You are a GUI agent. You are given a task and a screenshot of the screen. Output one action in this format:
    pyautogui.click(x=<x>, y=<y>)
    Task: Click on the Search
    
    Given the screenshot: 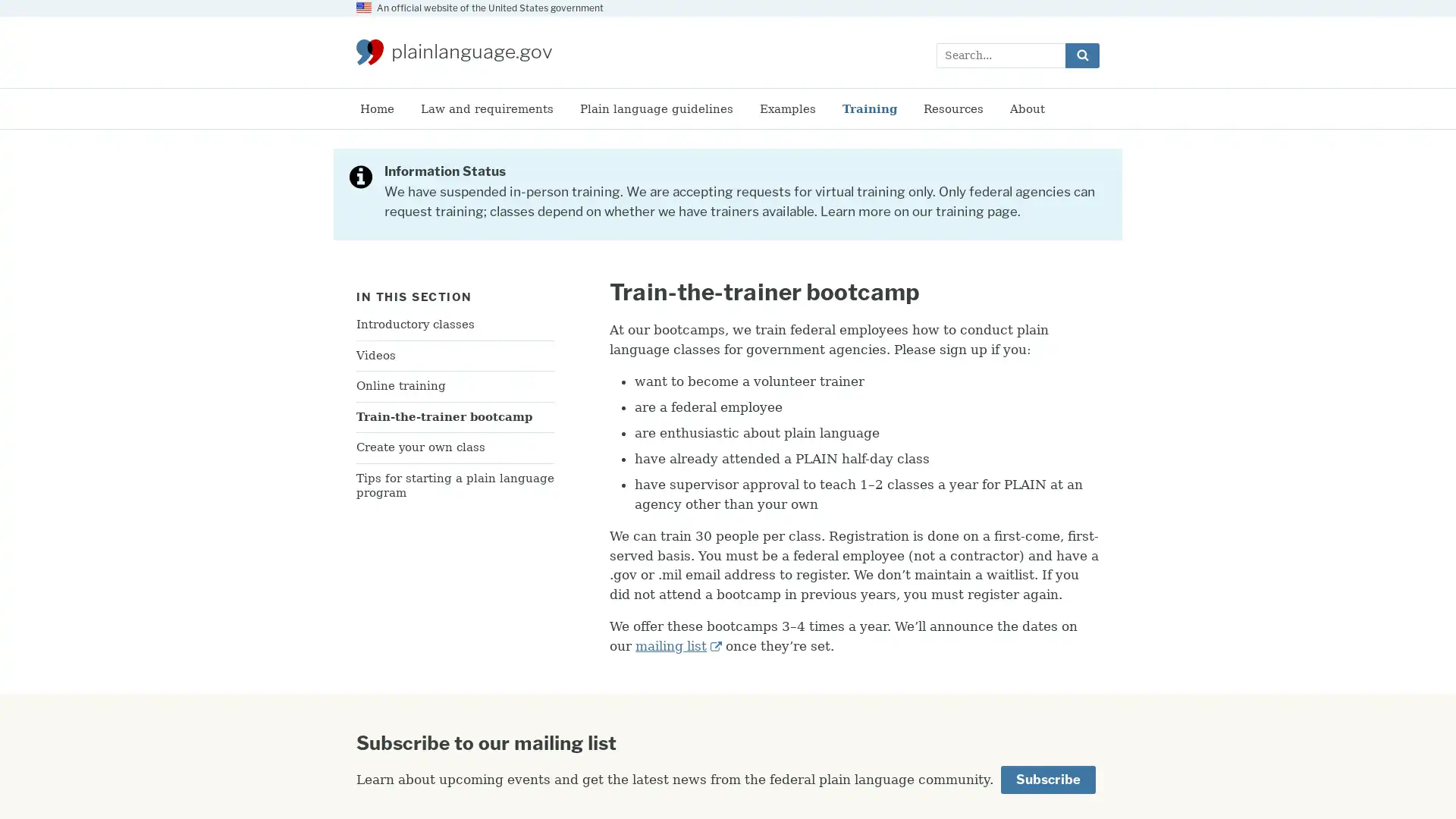 What is the action you would take?
    pyautogui.click(x=1081, y=54)
    